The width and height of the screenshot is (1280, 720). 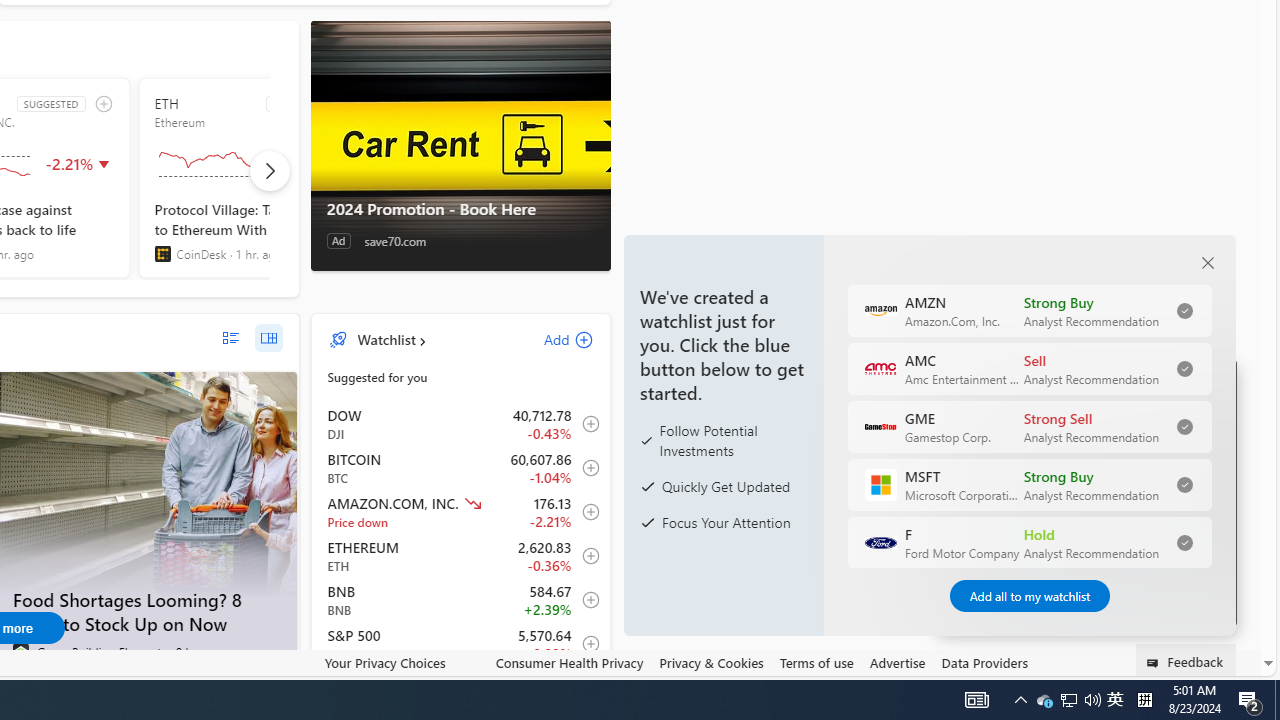 What do you see at coordinates (568, 663) in the screenshot?
I see `'Consumer Health Privacy'` at bounding box center [568, 663].